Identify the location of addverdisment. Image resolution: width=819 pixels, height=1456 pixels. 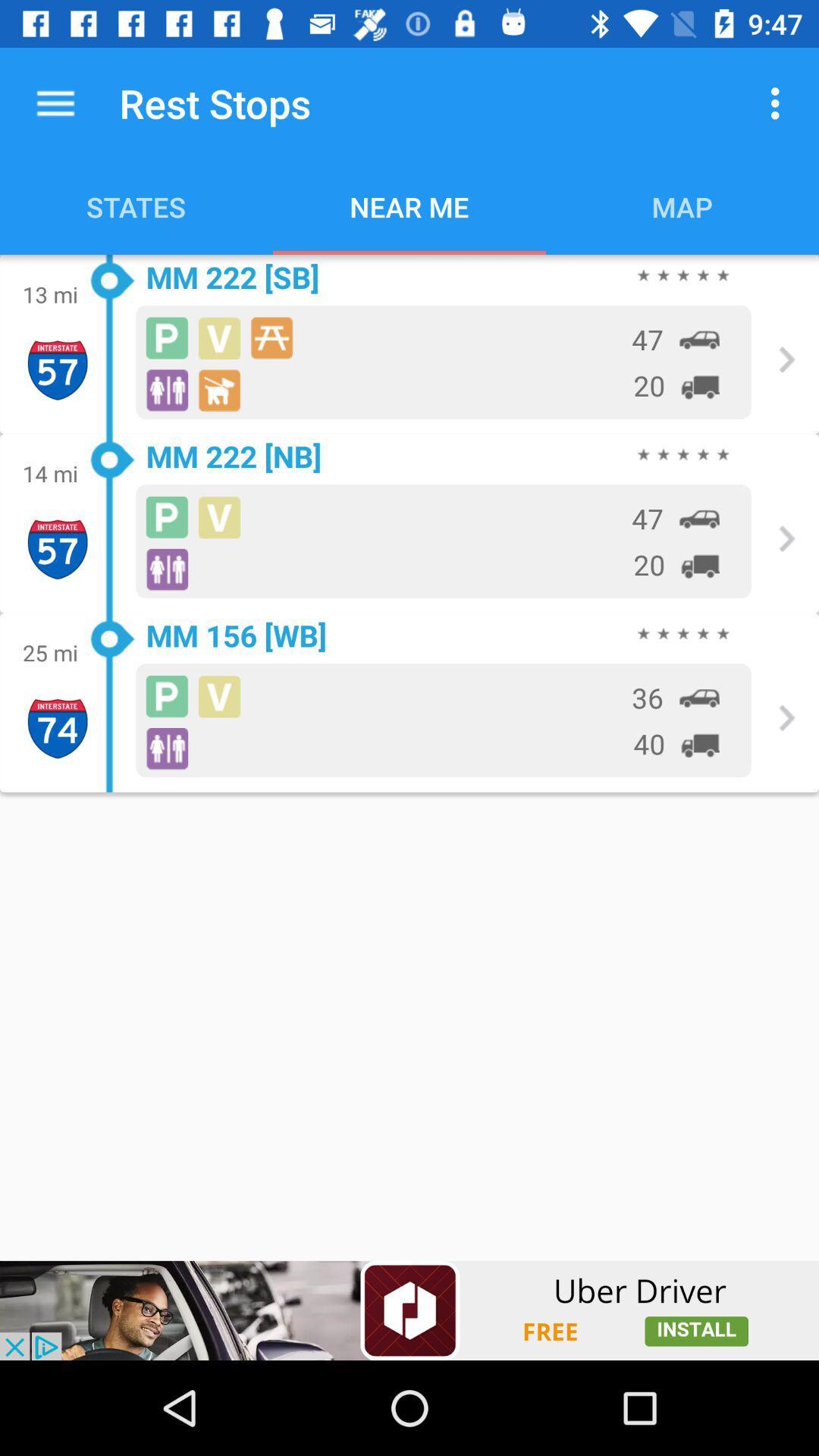
(409, 1310).